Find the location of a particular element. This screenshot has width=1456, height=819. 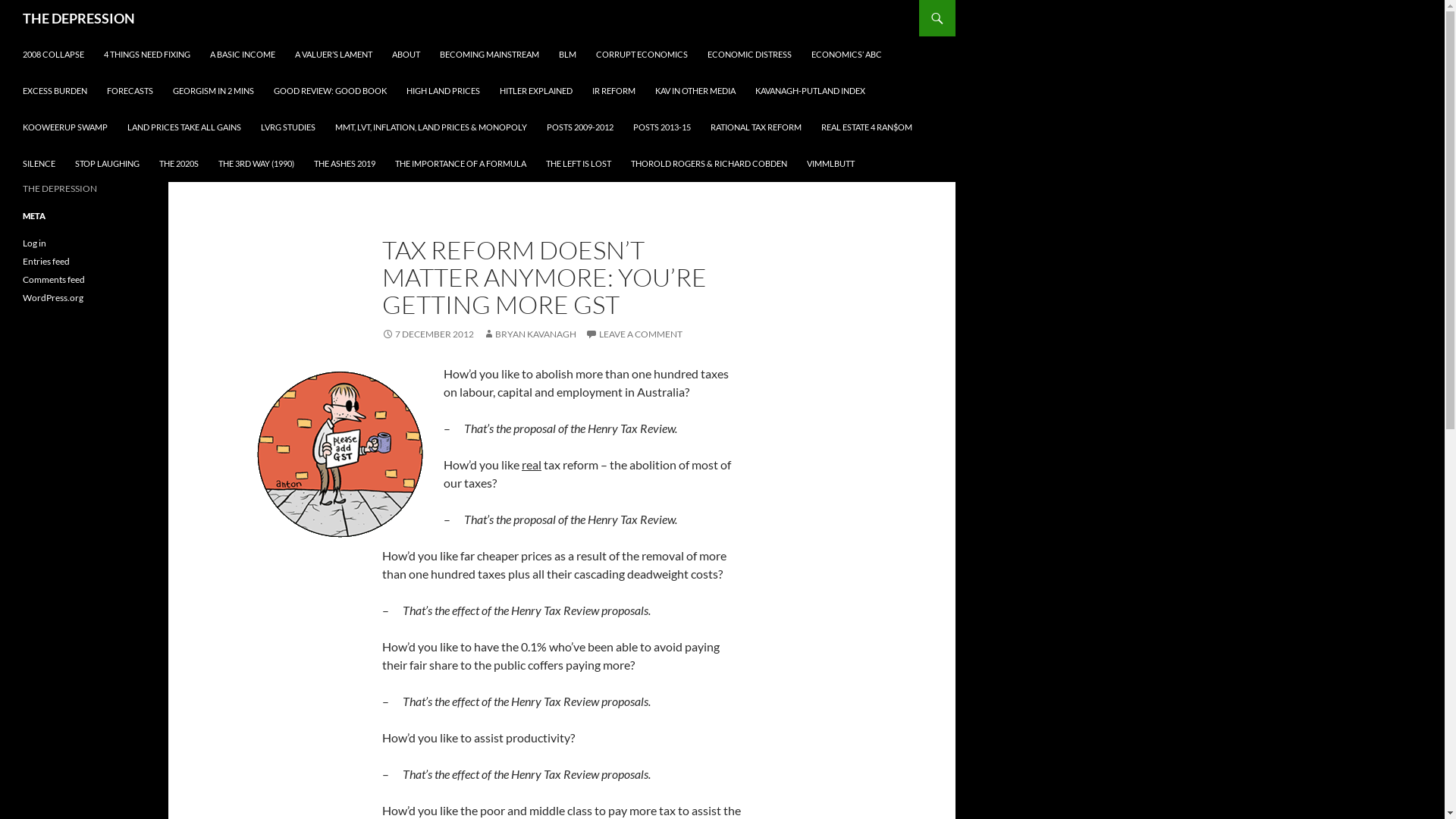

'THE 3RD WAY (1990)' is located at coordinates (208, 164).